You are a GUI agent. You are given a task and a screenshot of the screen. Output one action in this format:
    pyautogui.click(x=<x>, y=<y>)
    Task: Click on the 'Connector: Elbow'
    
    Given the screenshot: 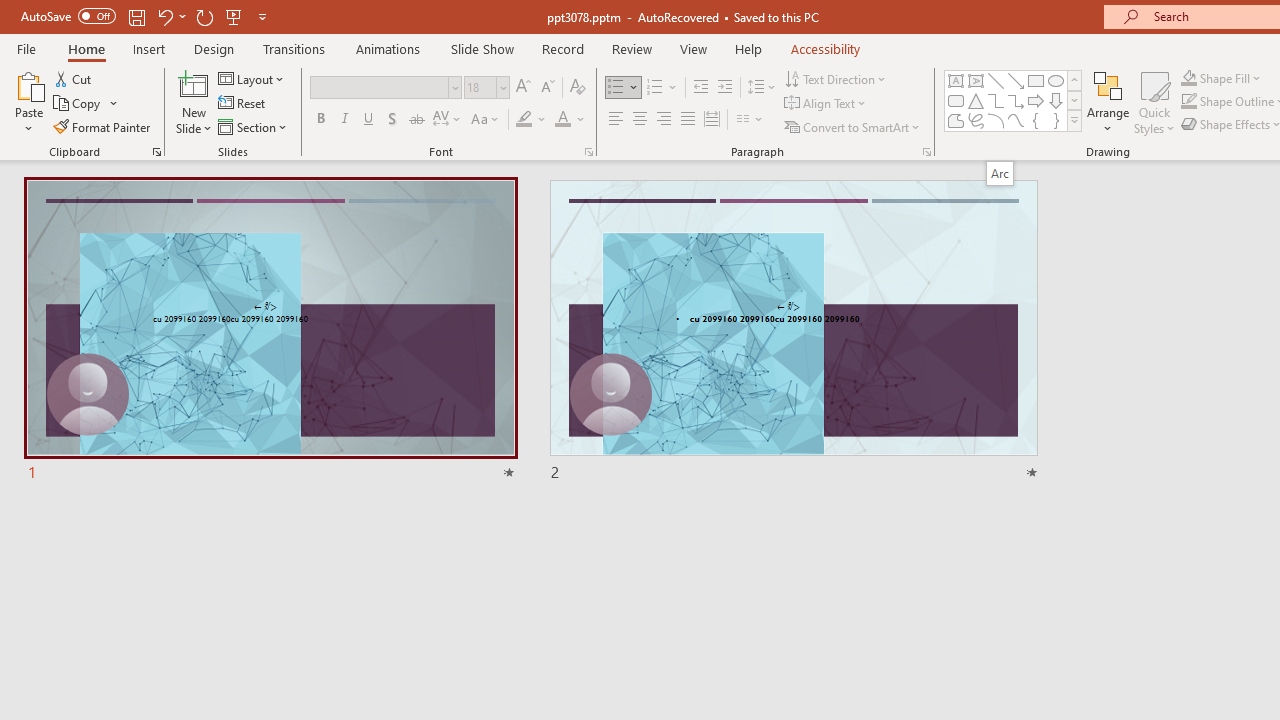 What is the action you would take?
    pyautogui.click(x=995, y=100)
    